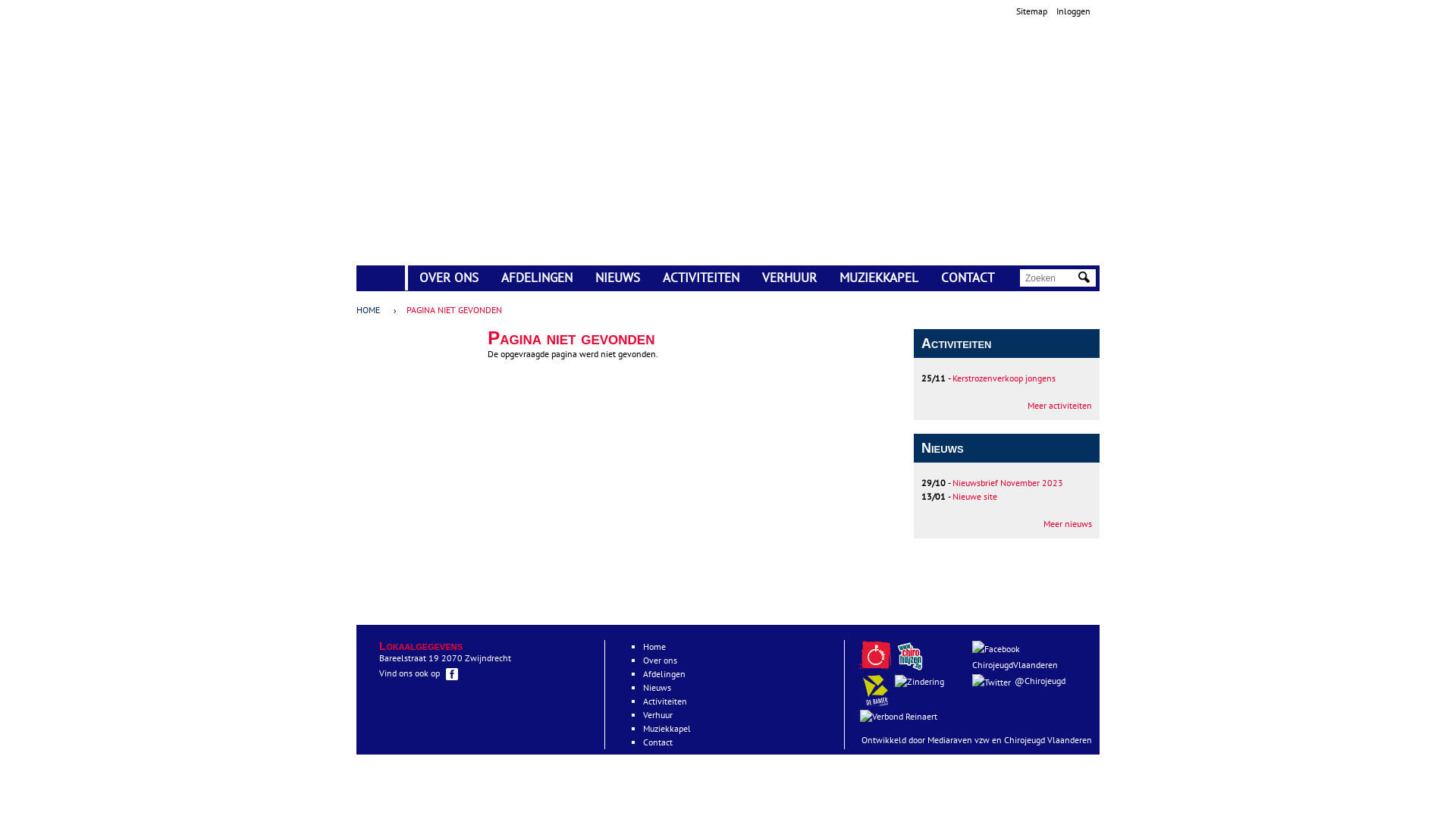  What do you see at coordinates (660, 659) in the screenshot?
I see `'Over ons'` at bounding box center [660, 659].